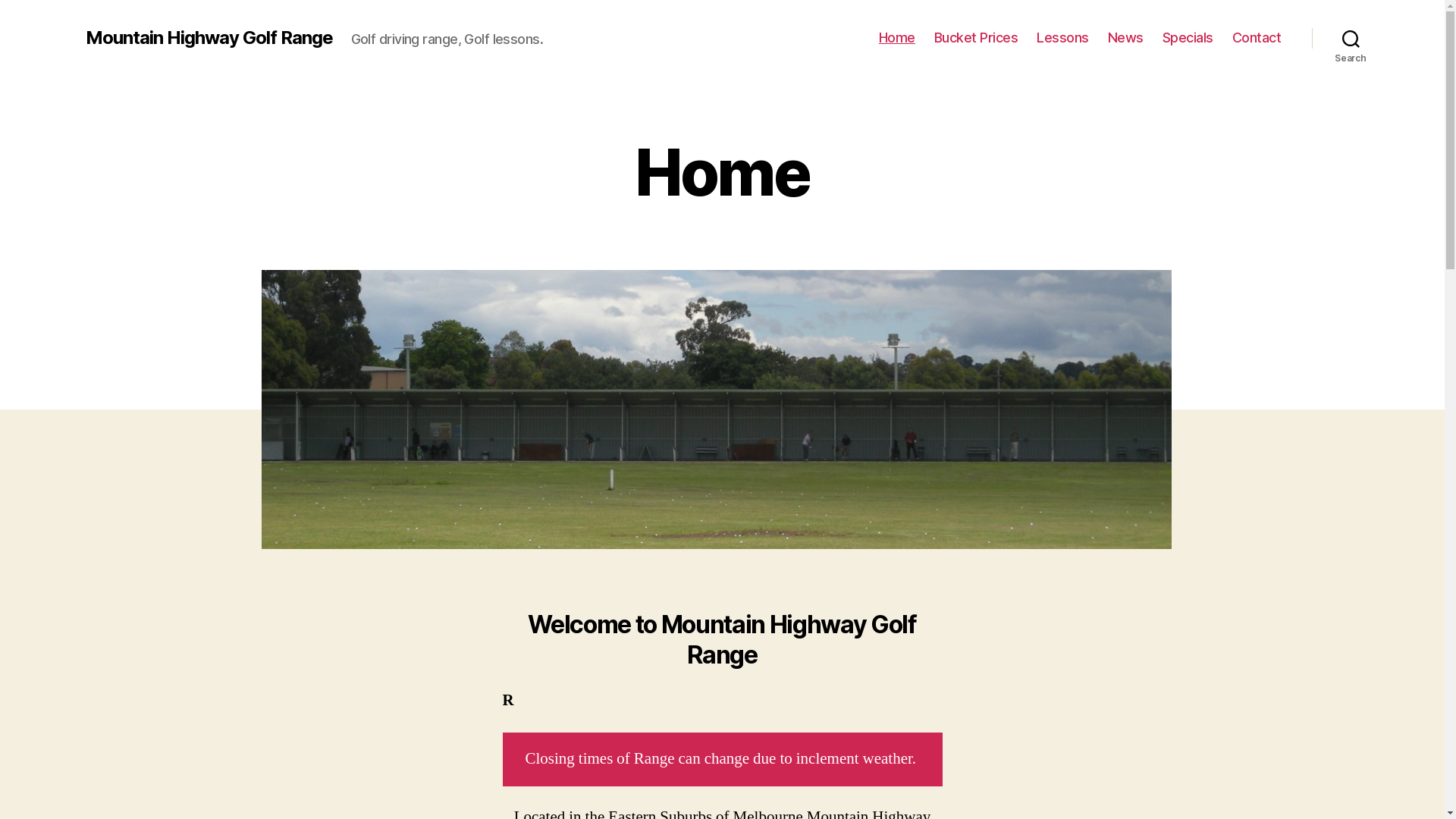 The width and height of the screenshot is (1456, 819). What do you see at coordinates (896, 37) in the screenshot?
I see `'Home'` at bounding box center [896, 37].